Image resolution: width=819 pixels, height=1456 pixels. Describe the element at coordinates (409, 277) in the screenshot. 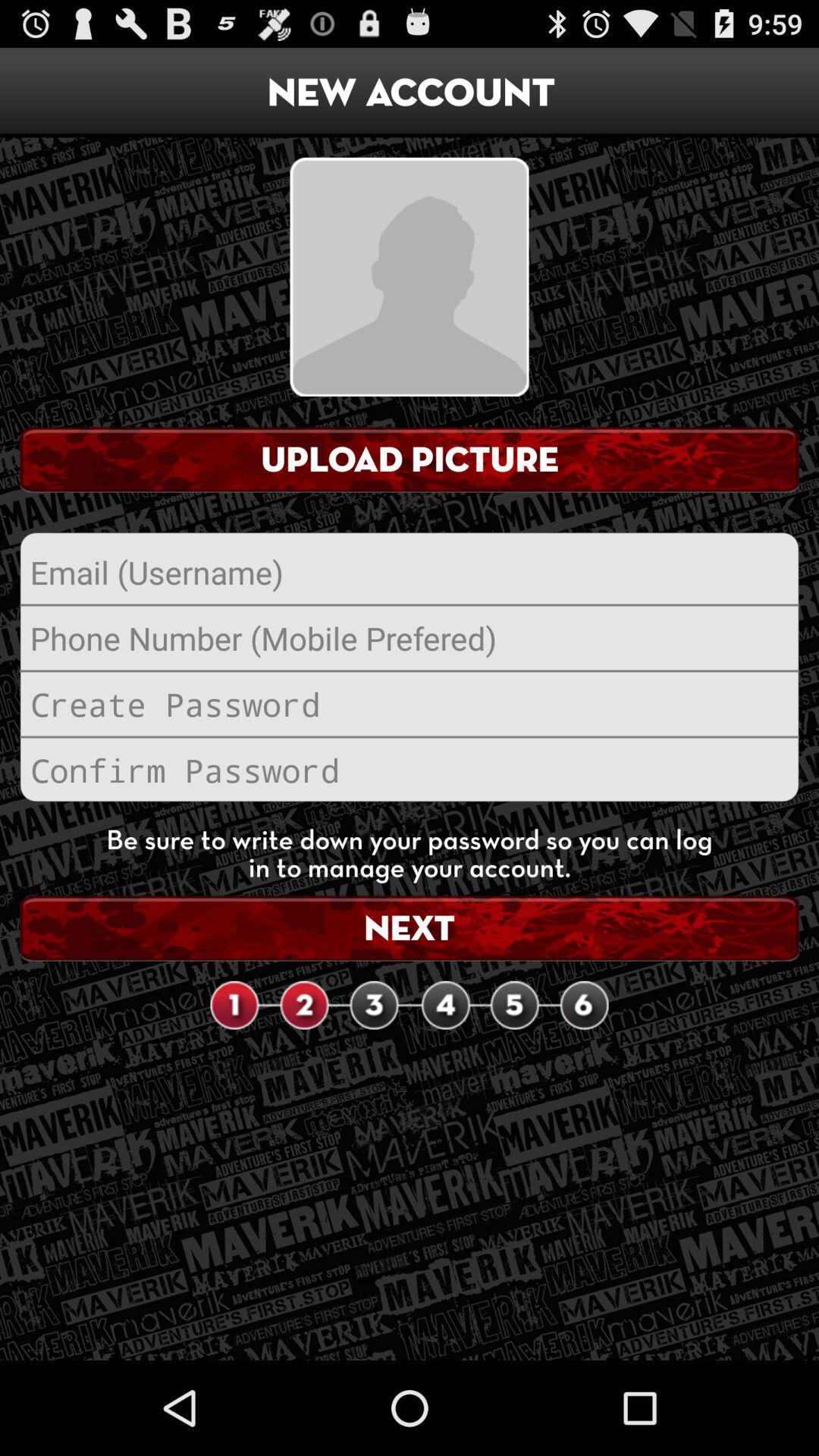

I see `the item below new account icon` at that location.